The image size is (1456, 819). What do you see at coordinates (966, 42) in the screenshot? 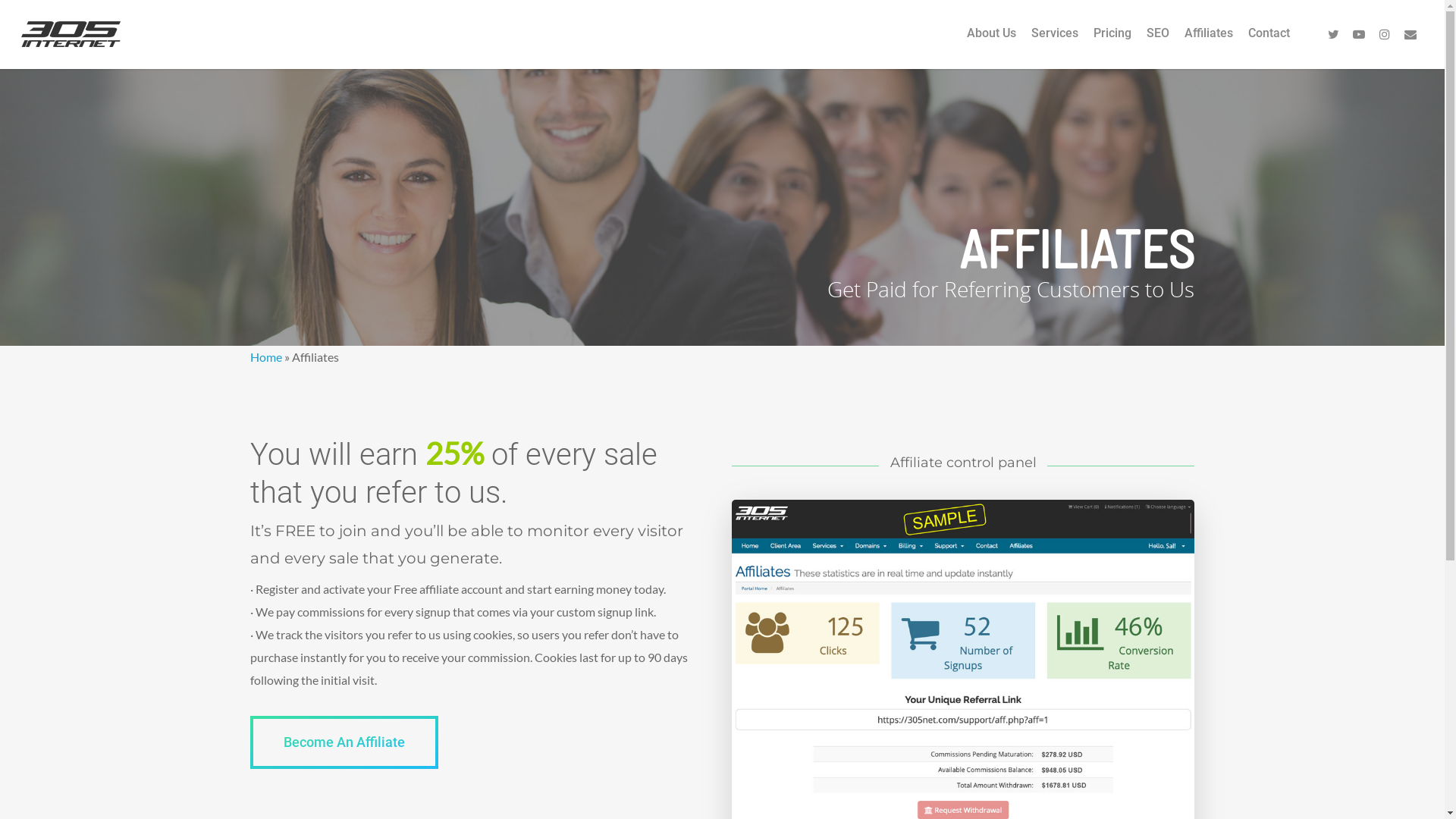
I see `'About Us'` at bounding box center [966, 42].